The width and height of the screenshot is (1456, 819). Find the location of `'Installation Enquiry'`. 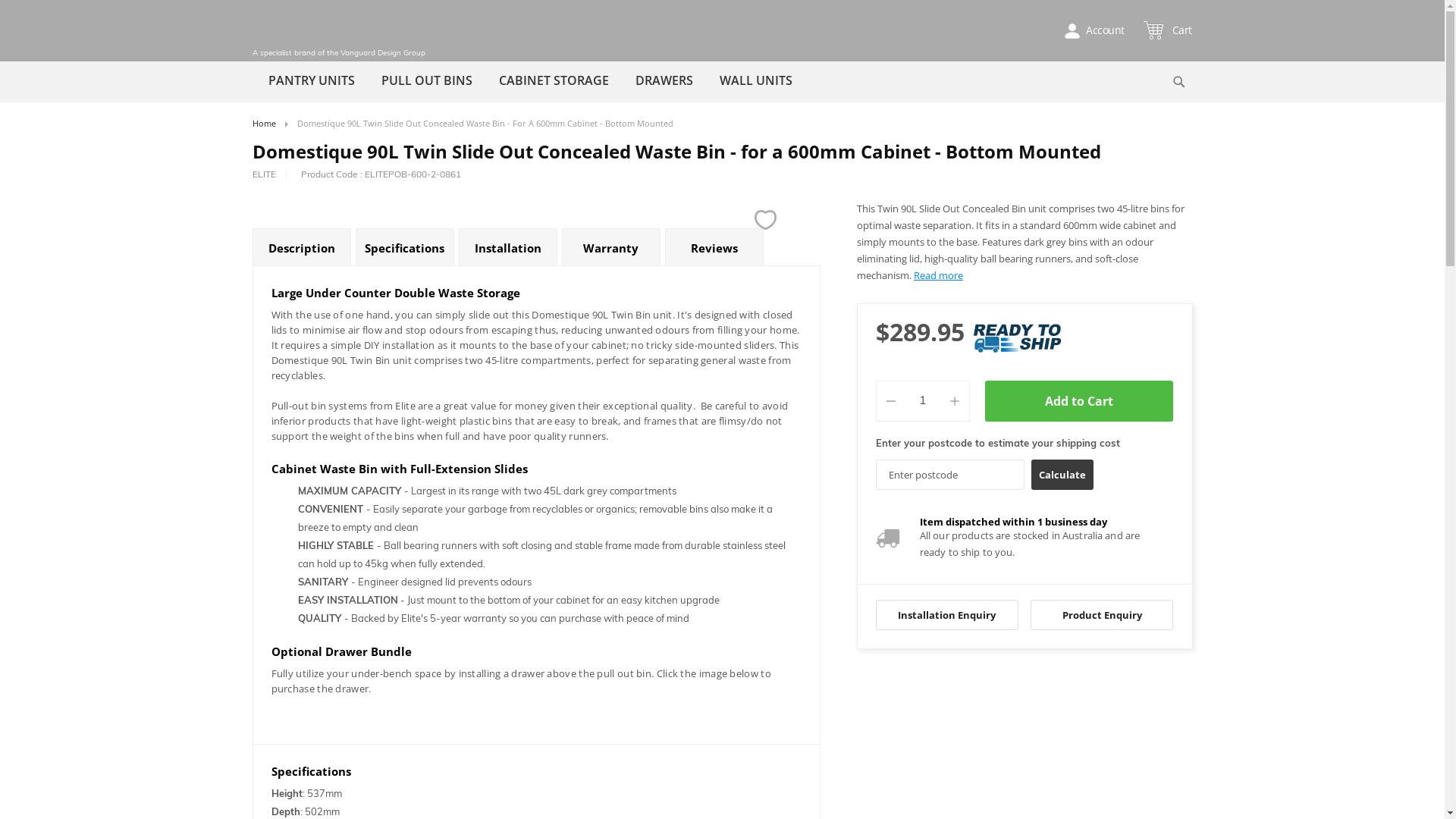

'Installation Enquiry' is located at coordinates (946, 614).